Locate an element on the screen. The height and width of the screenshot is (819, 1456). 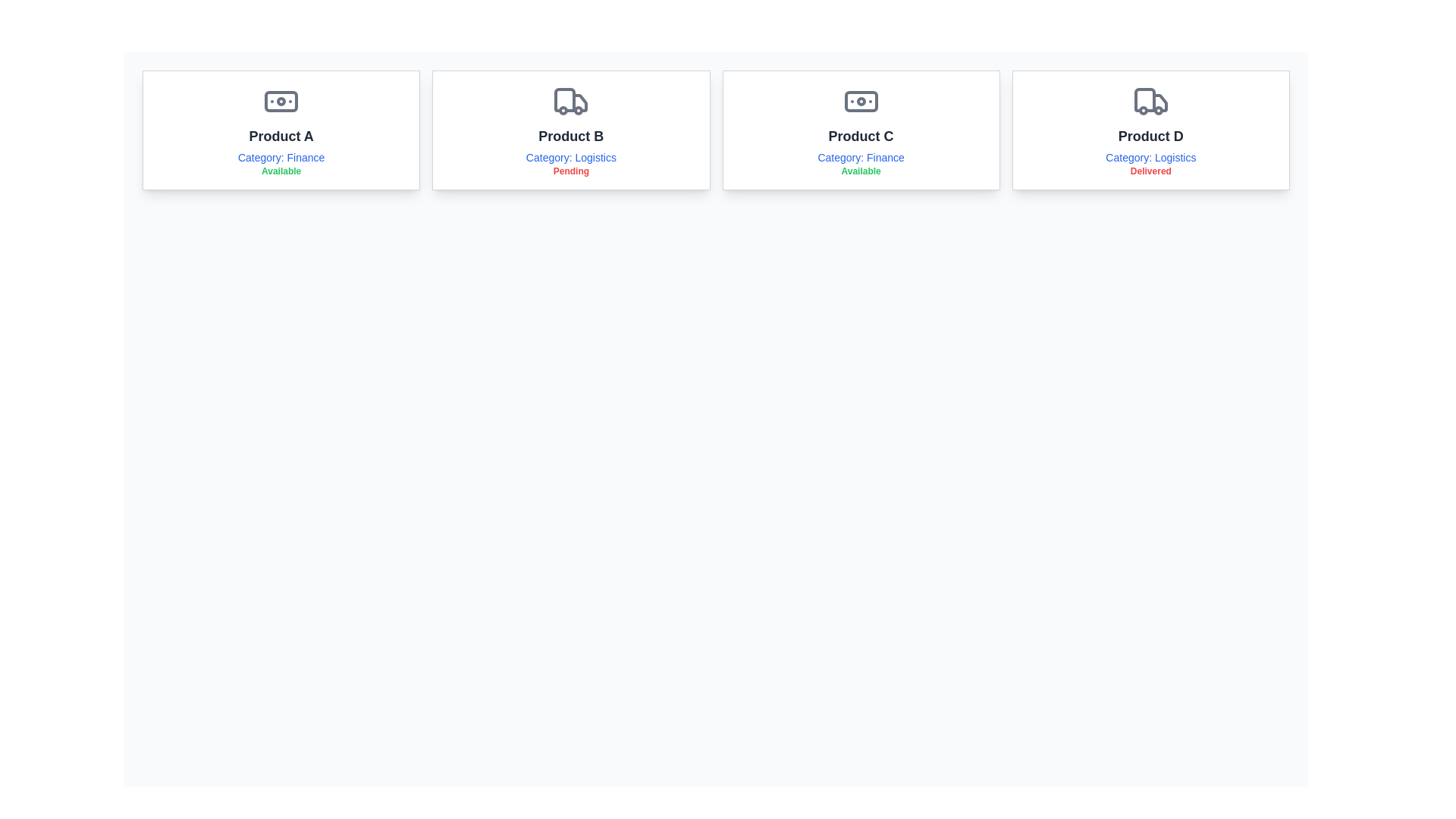
the icon representing 'Product A' is located at coordinates (281, 102).